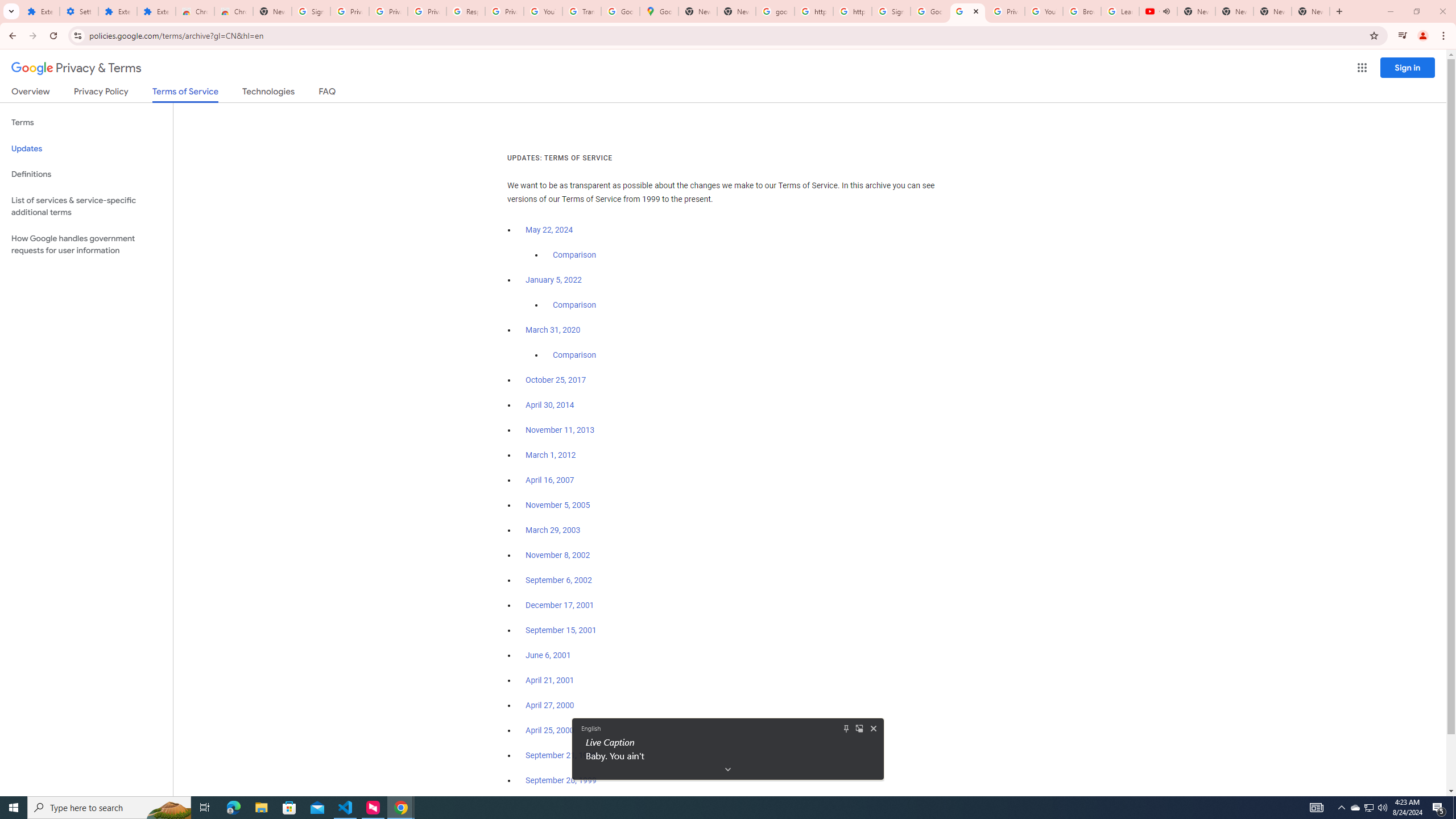 This screenshot has width=1456, height=819. I want to click on 'Extensions', so click(118, 11).